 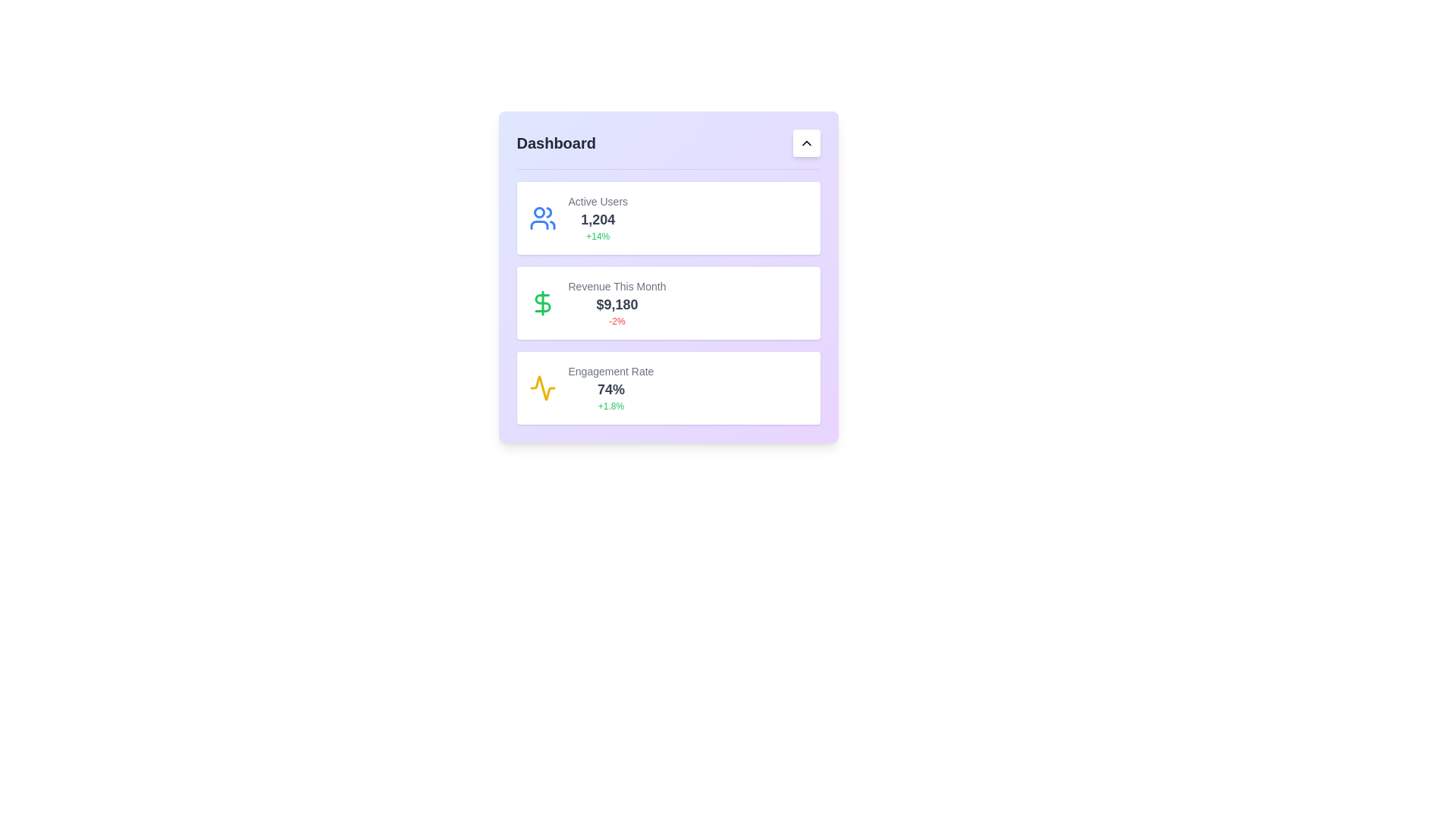 What do you see at coordinates (542, 303) in the screenshot?
I see `the green dollar sign icon located to the left of the 'Revenue This Month' text, which displays a monetary value and percentage change` at bounding box center [542, 303].